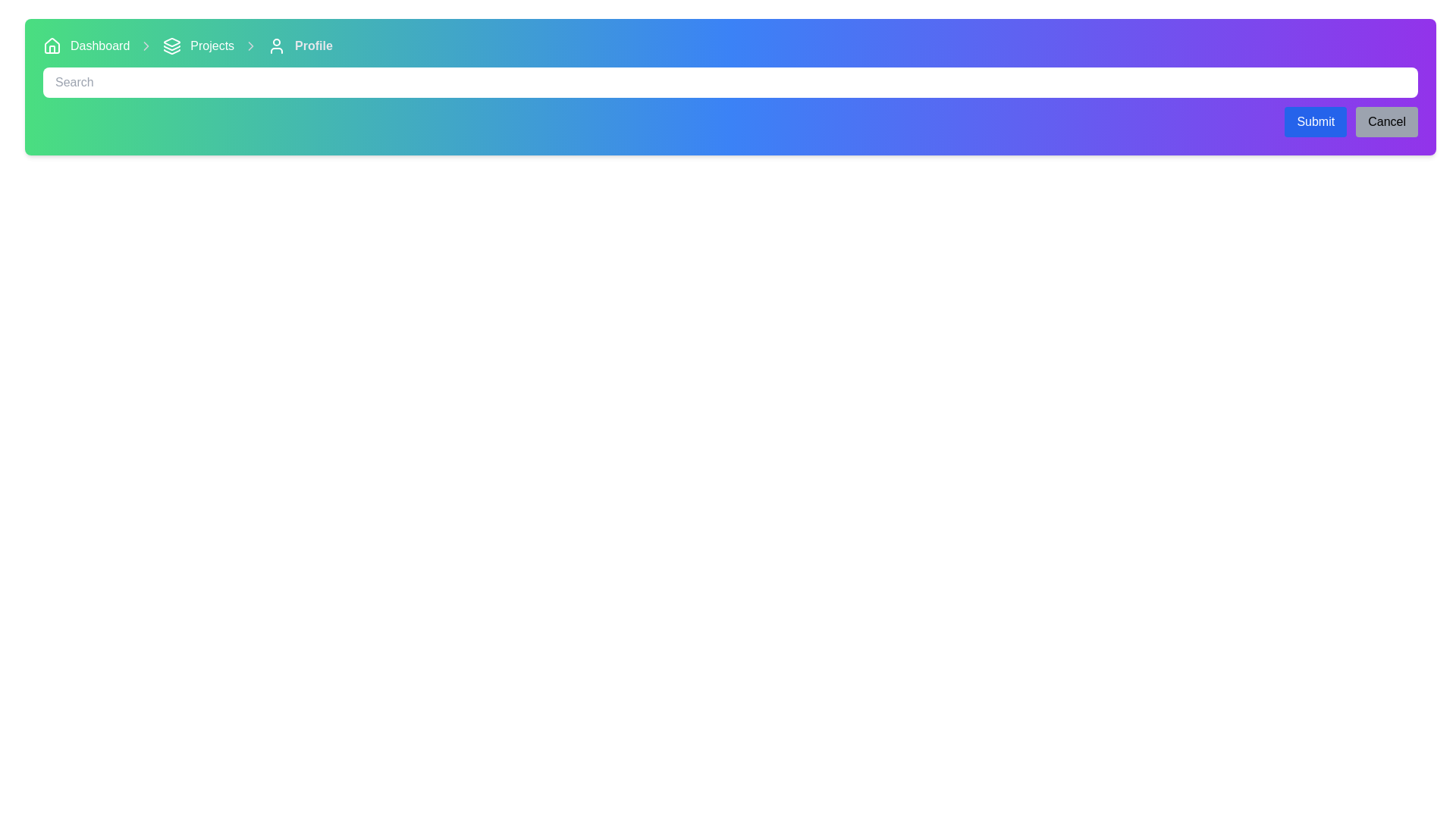  Describe the element at coordinates (146, 45) in the screenshot. I see `the rightward chevron icon in the breadcrumb navigation bar` at that location.